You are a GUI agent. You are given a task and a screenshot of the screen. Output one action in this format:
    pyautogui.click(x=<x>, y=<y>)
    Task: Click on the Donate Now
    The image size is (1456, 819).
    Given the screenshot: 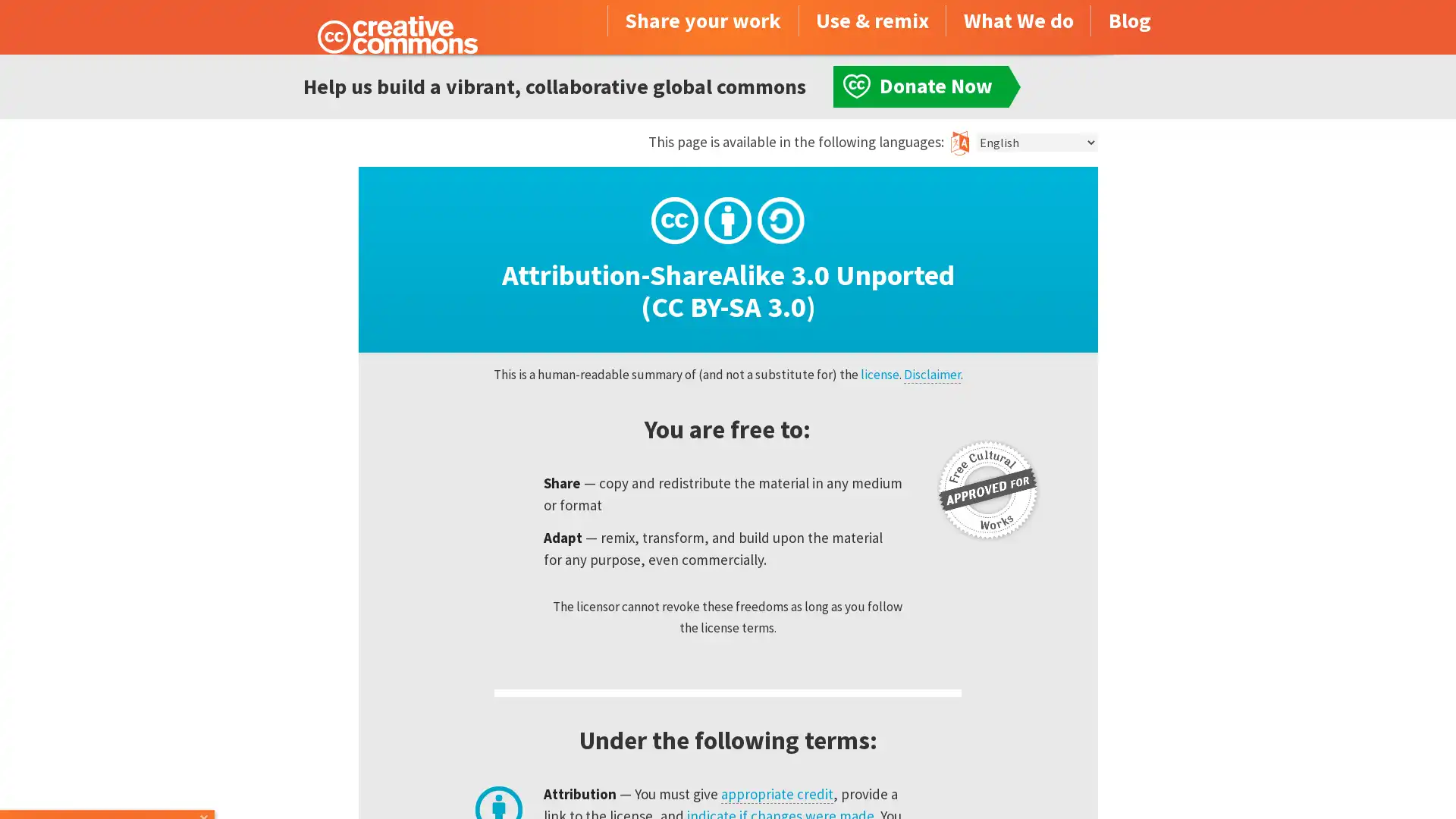 What is the action you would take?
    pyautogui.click(x=108, y=778)
    